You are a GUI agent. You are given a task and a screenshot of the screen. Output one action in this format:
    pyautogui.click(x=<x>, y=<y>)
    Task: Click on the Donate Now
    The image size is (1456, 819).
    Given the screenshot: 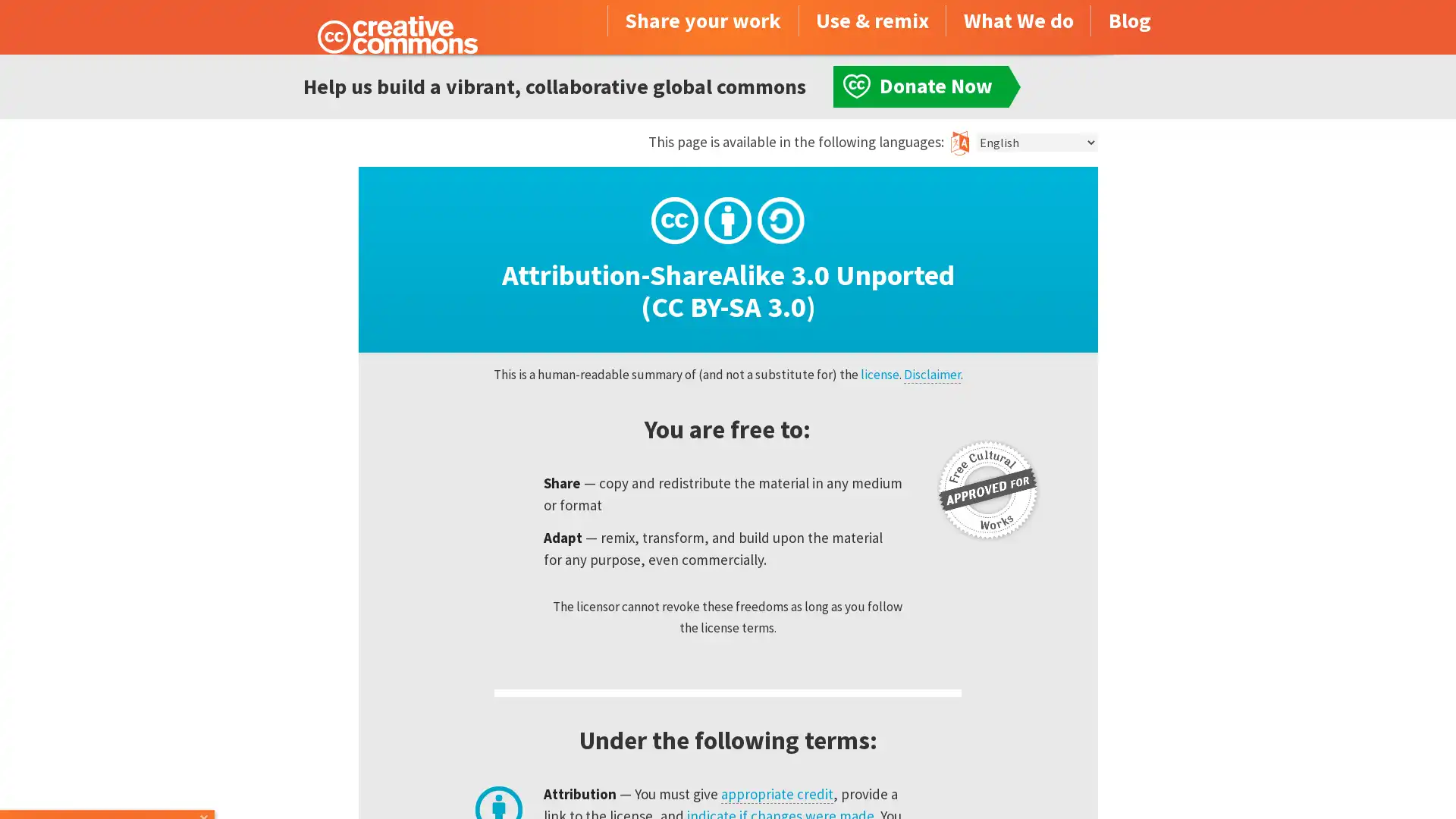 What is the action you would take?
    pyautogui.click(x=108, y=778)
    